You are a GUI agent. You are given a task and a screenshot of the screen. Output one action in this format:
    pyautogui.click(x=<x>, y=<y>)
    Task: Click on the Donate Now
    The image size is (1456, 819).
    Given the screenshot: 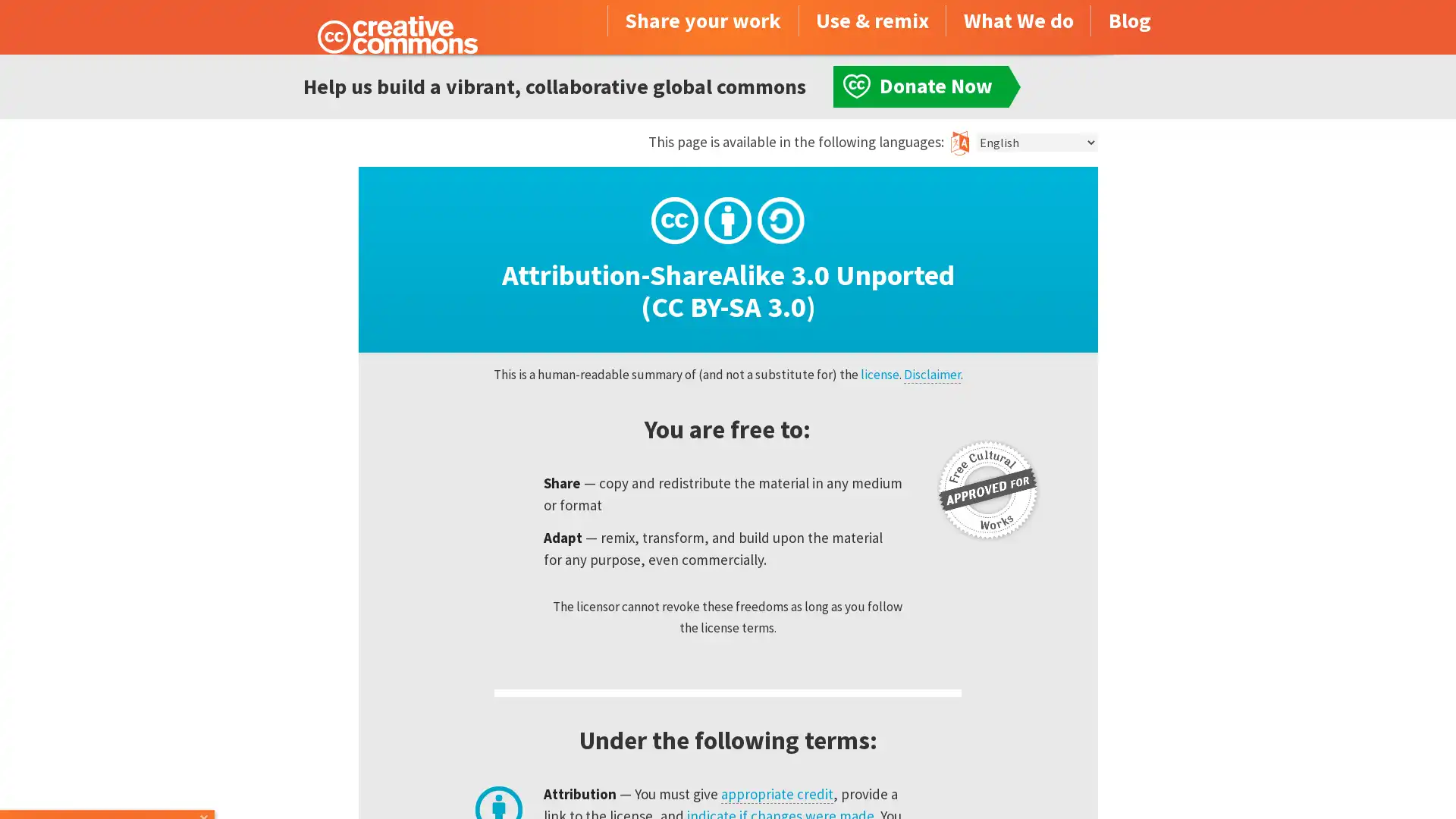 What is the action you would take?
    pyautogui.click(x=108, y=778)
    